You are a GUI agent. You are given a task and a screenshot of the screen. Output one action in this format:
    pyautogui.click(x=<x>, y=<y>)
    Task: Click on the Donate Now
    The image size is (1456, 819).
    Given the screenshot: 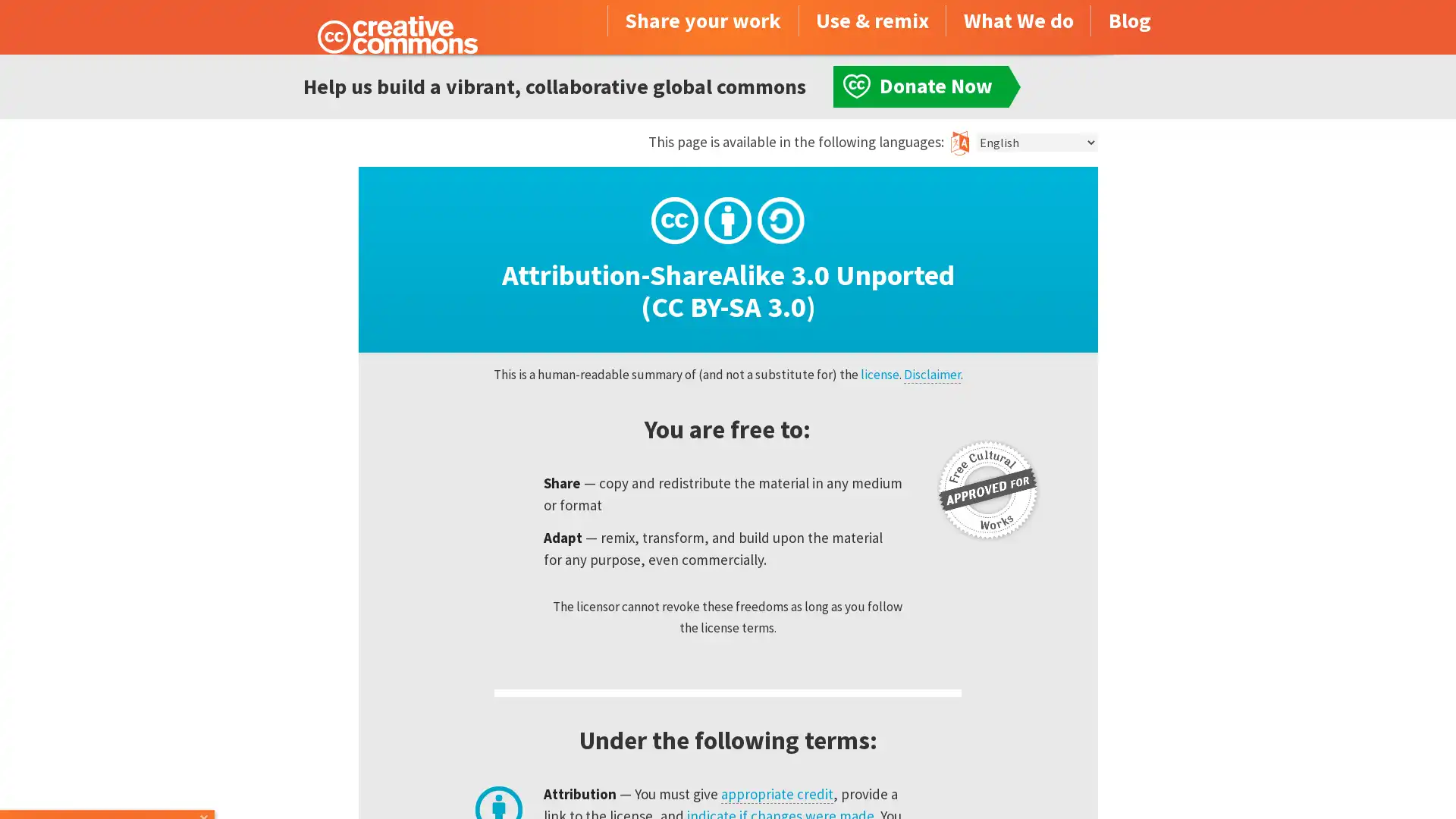 What is the action you would take?
    pyautogui.click(x=108, y=778)
    